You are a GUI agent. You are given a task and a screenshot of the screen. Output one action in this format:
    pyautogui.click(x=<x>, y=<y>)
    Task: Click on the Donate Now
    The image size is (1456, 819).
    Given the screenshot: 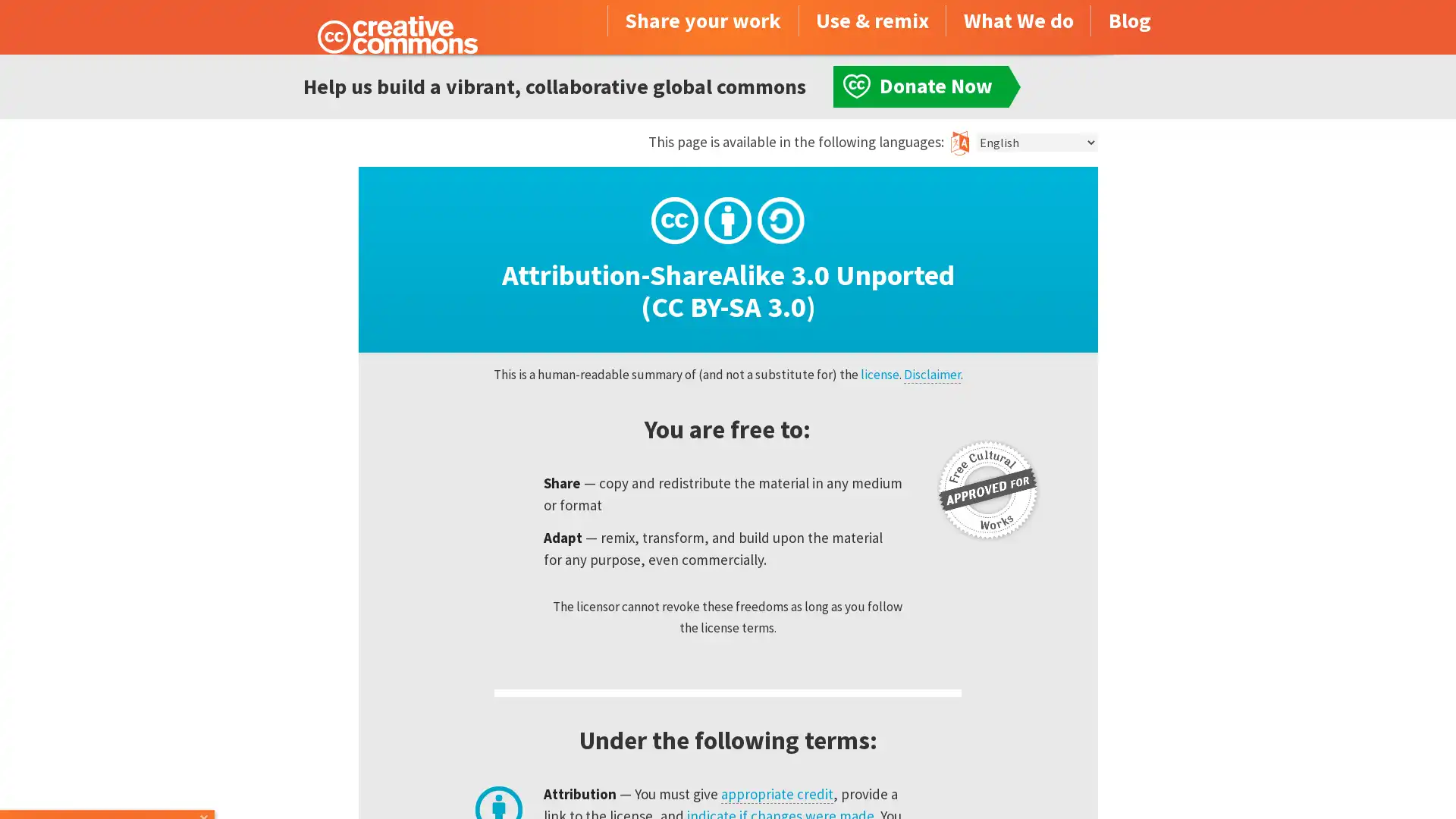 What is the action you would take?
    pyautogui.click(x=108, y=778)
    